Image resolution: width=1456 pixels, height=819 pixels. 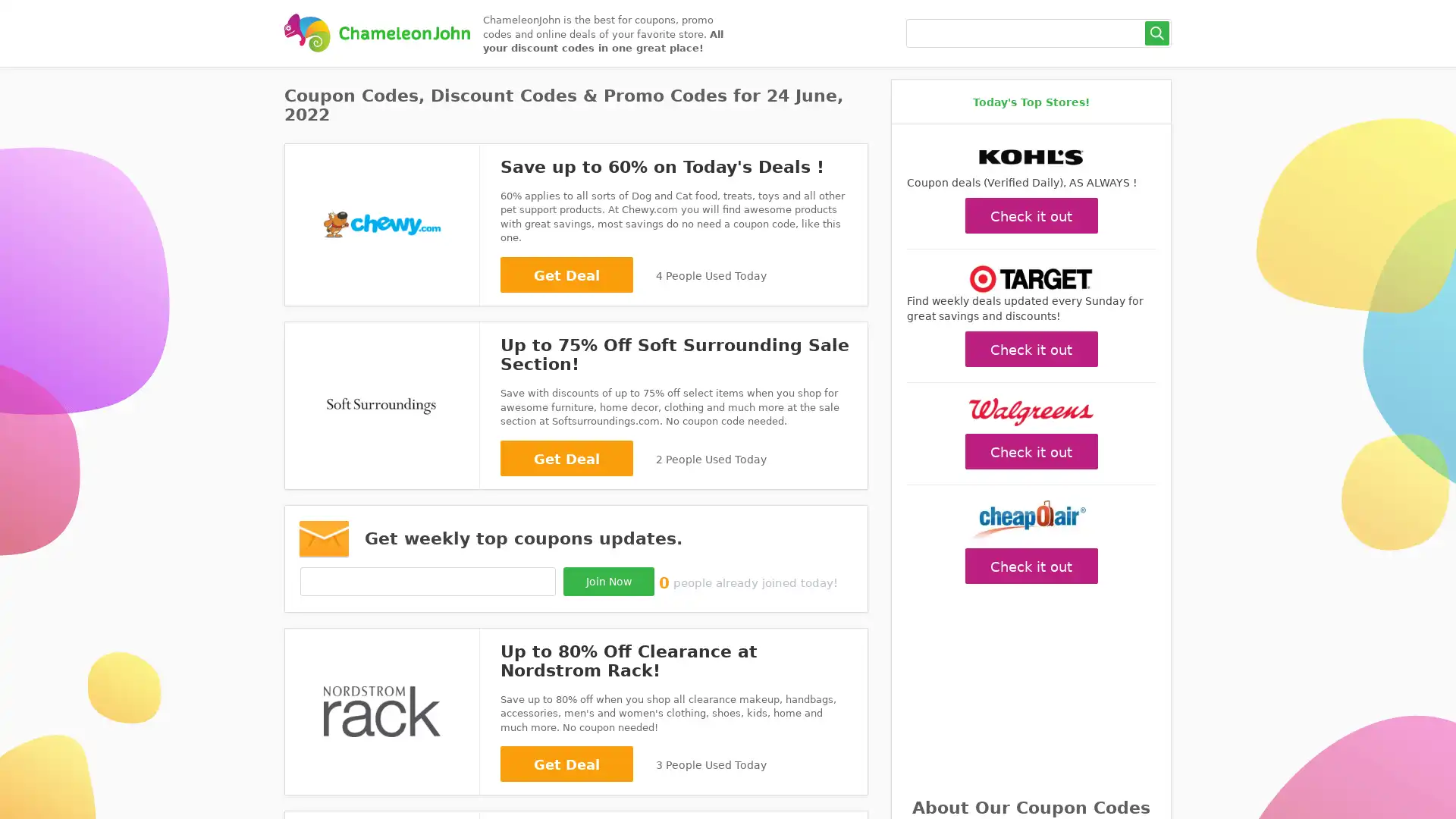 What do you see at coordinates (607, 580) in the screenshot?
I see `Join Now` at bounding box center [607, 580].